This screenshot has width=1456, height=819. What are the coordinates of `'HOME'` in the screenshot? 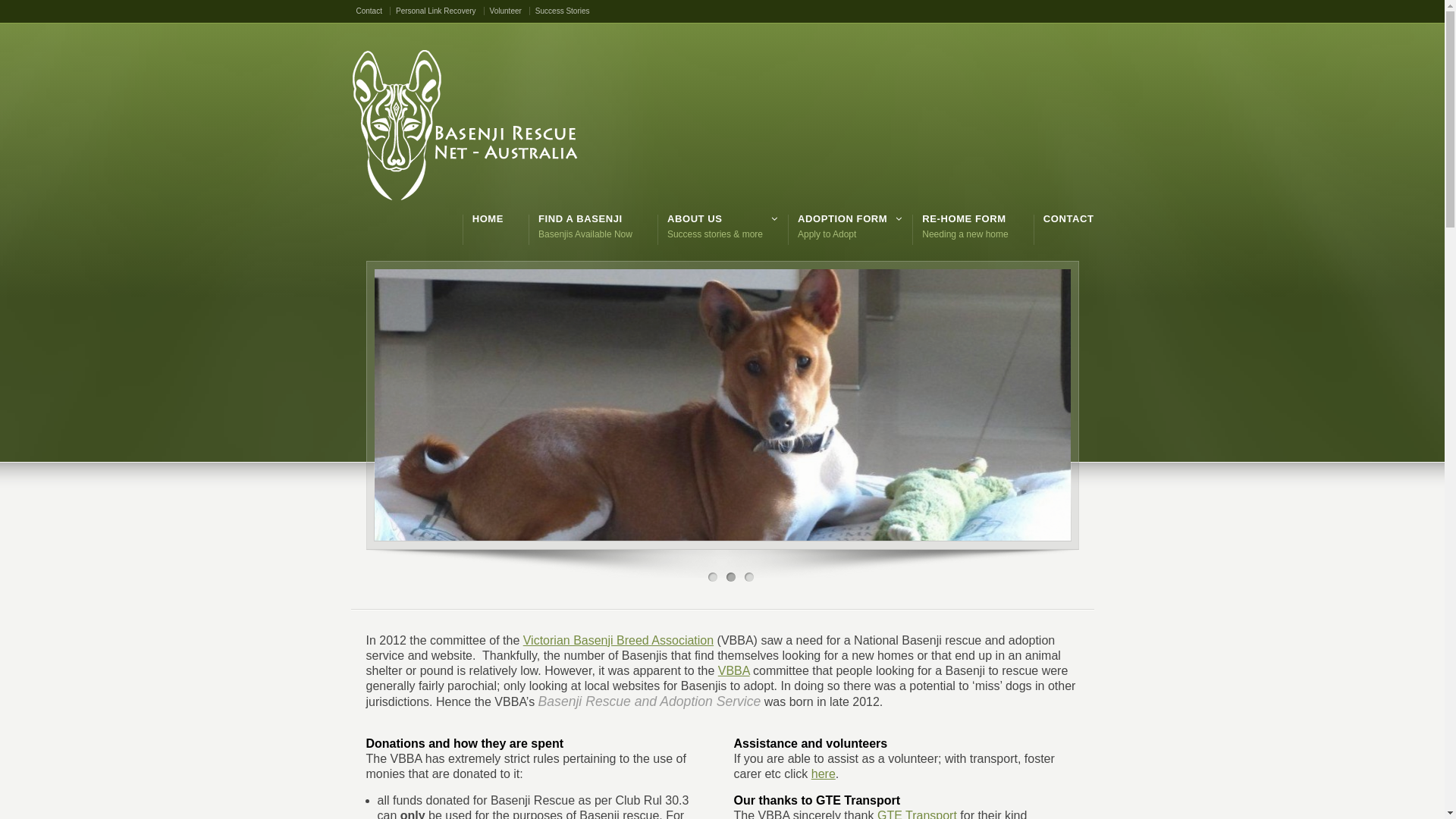 It's located at (472, 219).